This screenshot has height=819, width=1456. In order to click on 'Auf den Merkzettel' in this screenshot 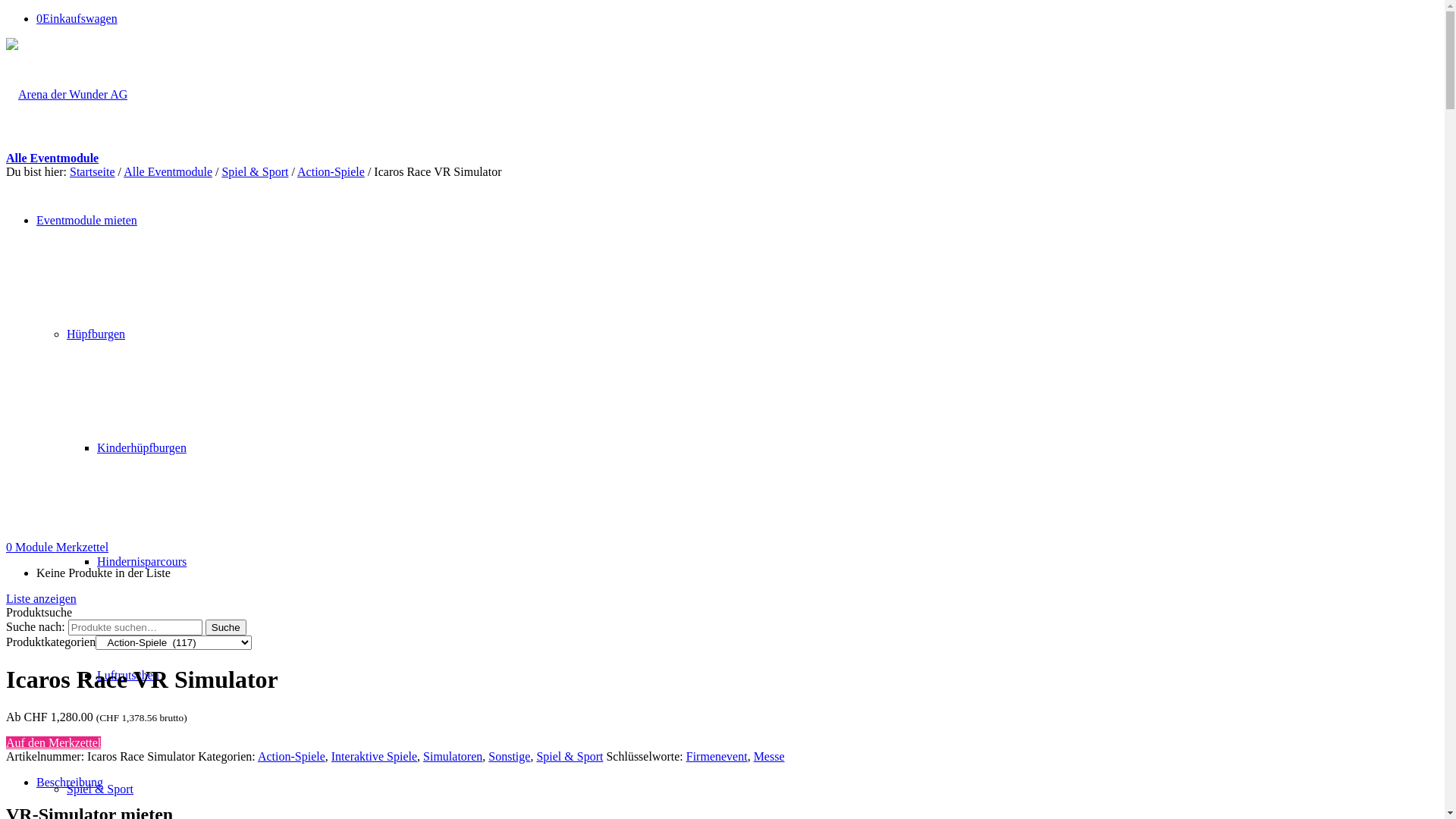, I will do `click(6, 742)`.